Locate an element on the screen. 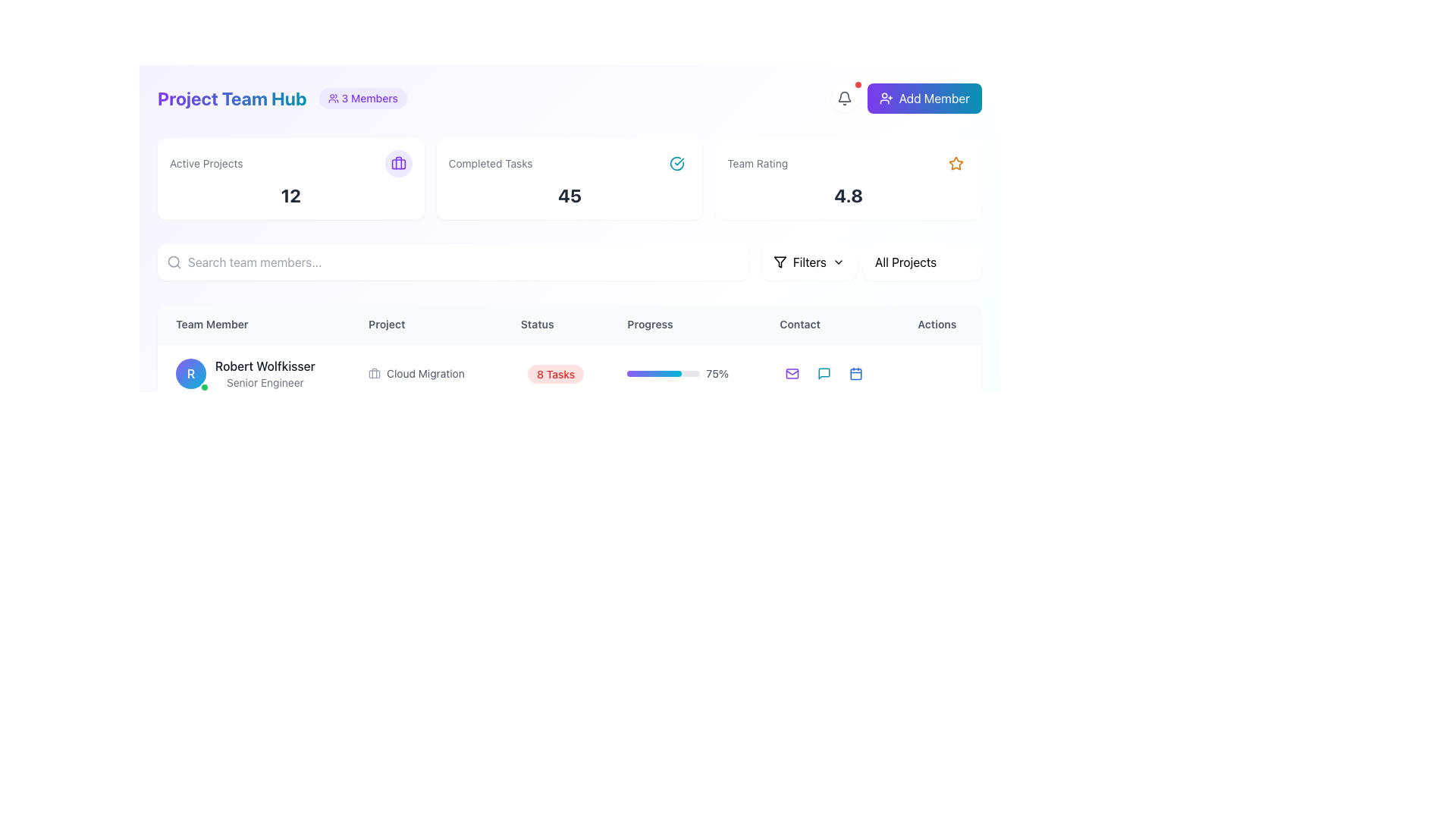  the label displaying '8 Tasks' in the Status column for Robert Wolfkisser, a Senior Engineer is located at coordinates (555, 373).